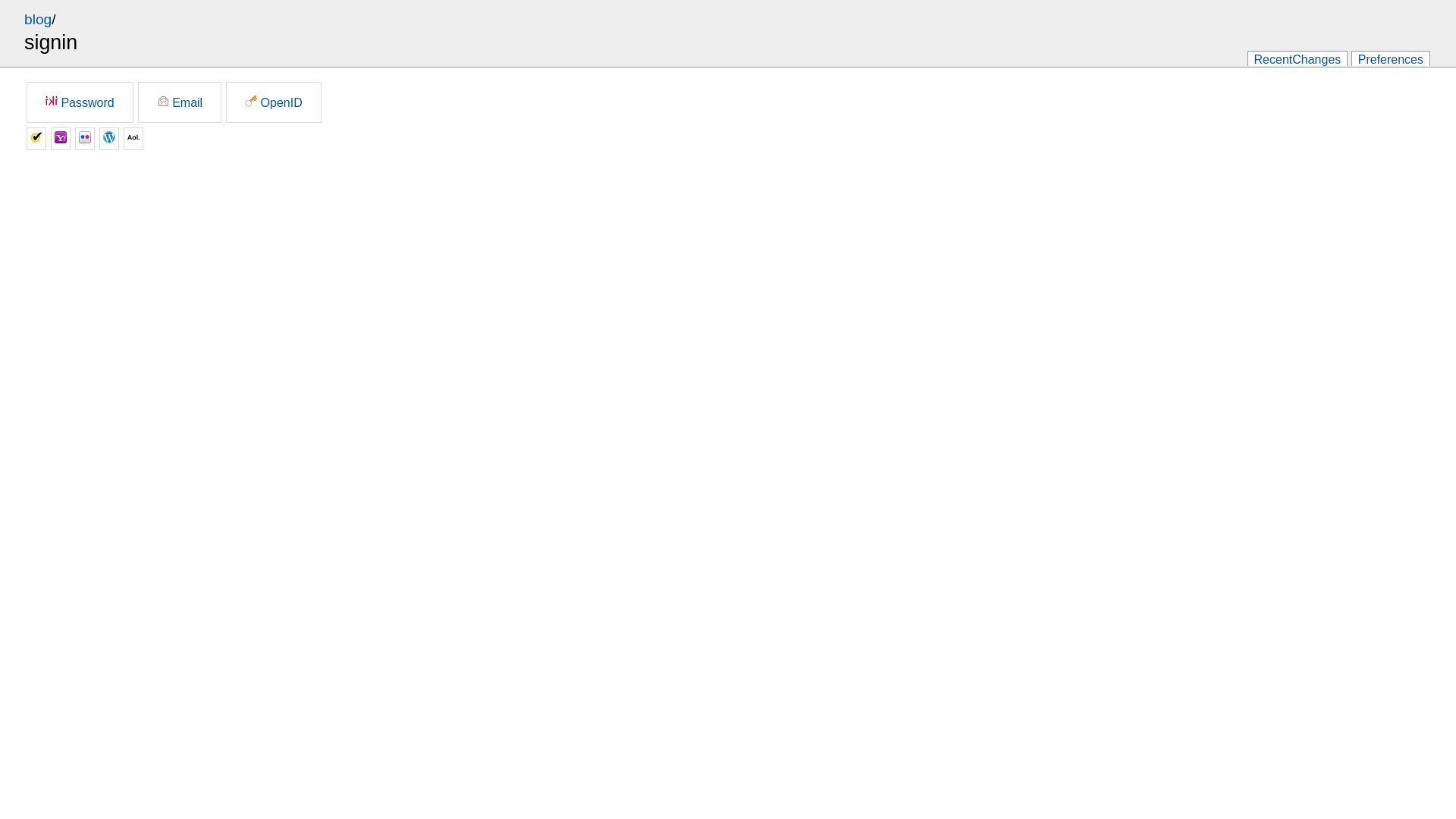 This screenshot has width=1456, height=819. Describe the element at coordinates (51, 138) in the screenshot. I see `'Yahoo'` at that location.